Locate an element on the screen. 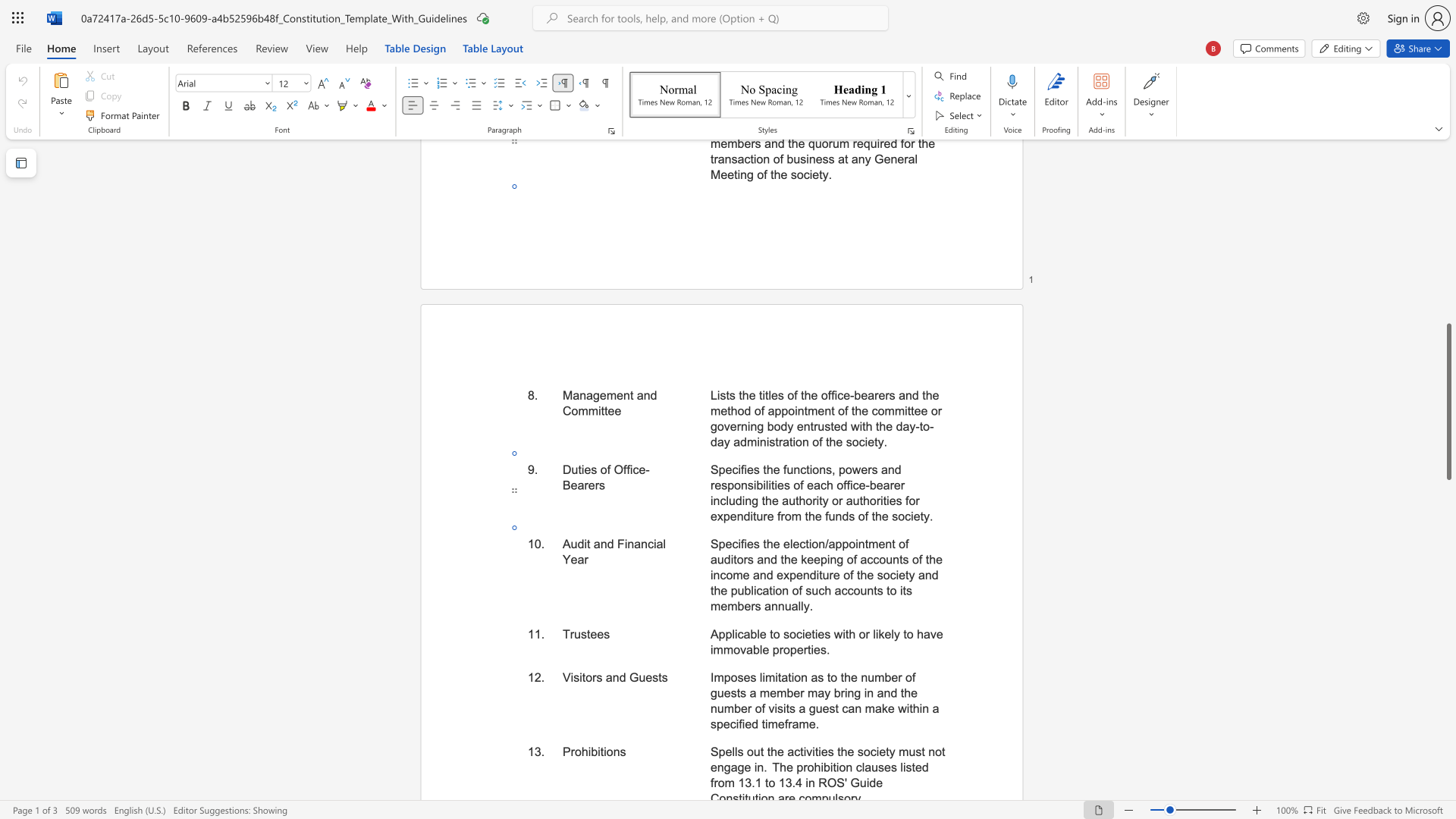 The width and height of the screenshot is (1456, 819). the 1th character "." in the text is located at coordinates (811, 605).